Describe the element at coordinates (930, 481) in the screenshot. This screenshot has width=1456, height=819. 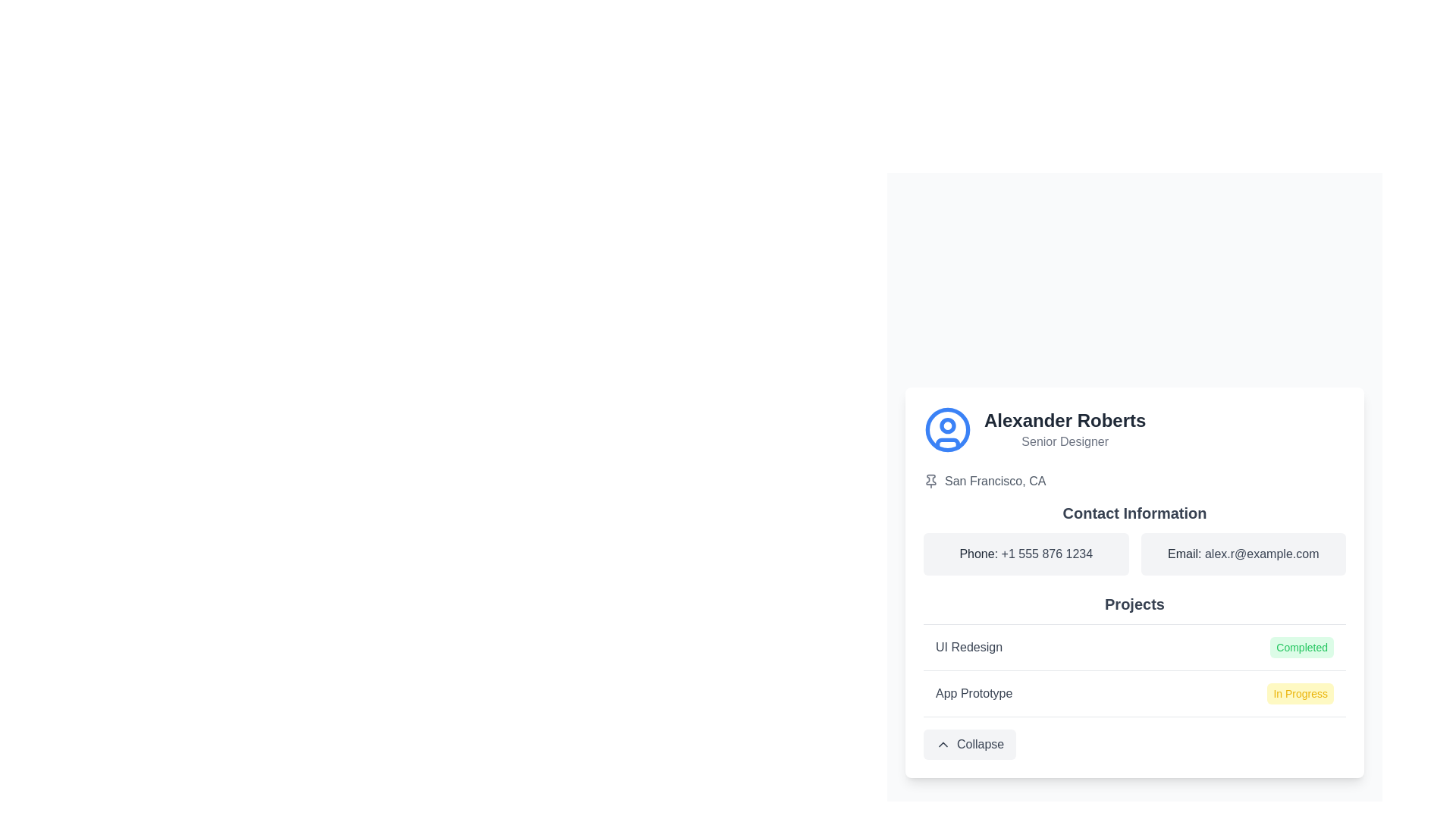
I see `the gray pin-shaped icon located to the left of the text 'San Francisco, CA' within the user profile card` at that location.